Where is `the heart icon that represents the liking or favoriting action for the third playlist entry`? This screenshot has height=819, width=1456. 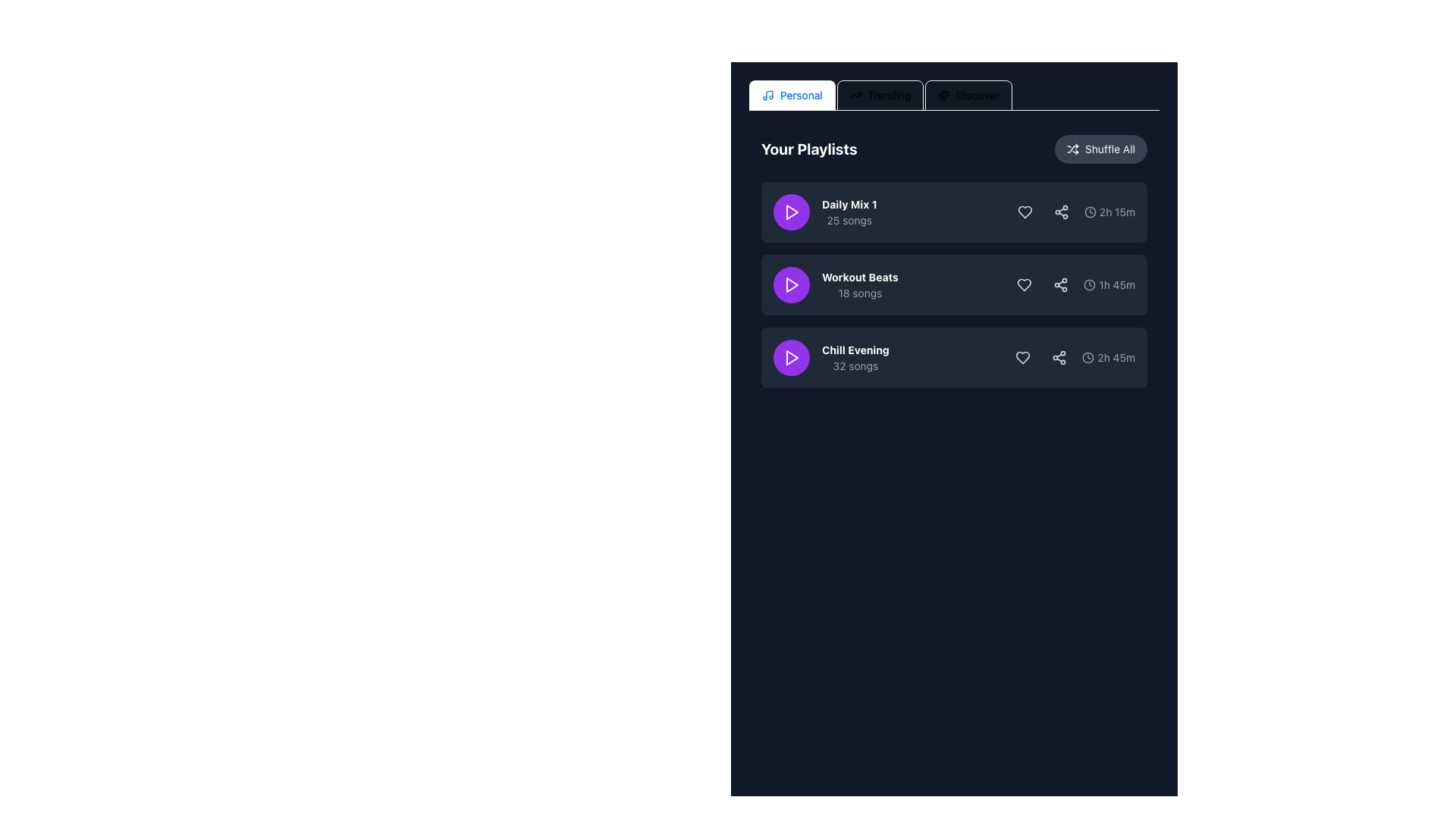 the heart icon that represents the liking or favoriting action for the third playlist entry is located at coordinates (1023, 357).